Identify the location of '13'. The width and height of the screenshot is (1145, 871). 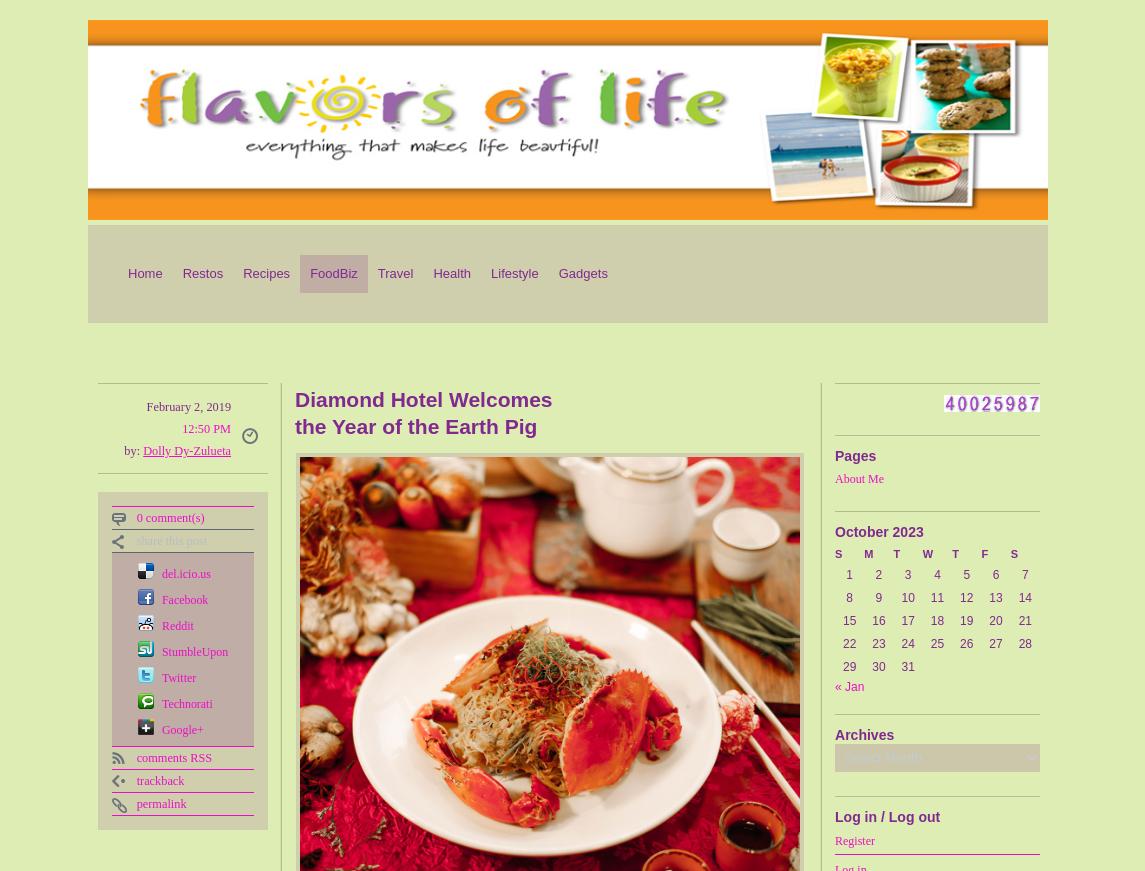
(994, 597).